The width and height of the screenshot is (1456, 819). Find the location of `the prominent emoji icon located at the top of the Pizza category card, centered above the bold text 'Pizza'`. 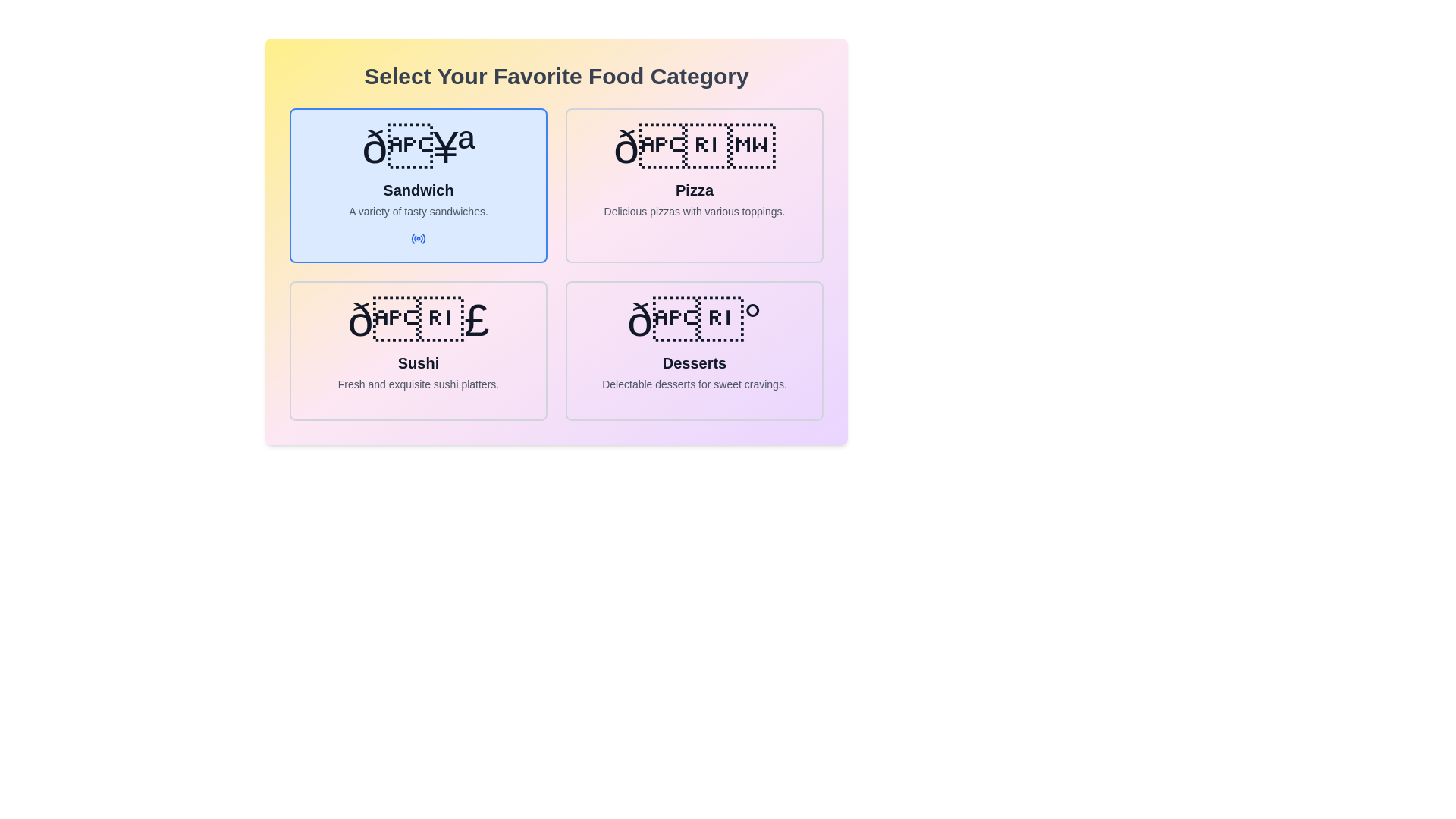

the prominent emoji icon located at the top of the Pizza category card, centered above the bold text 'Pizza' is located at coordinates (694, 148).